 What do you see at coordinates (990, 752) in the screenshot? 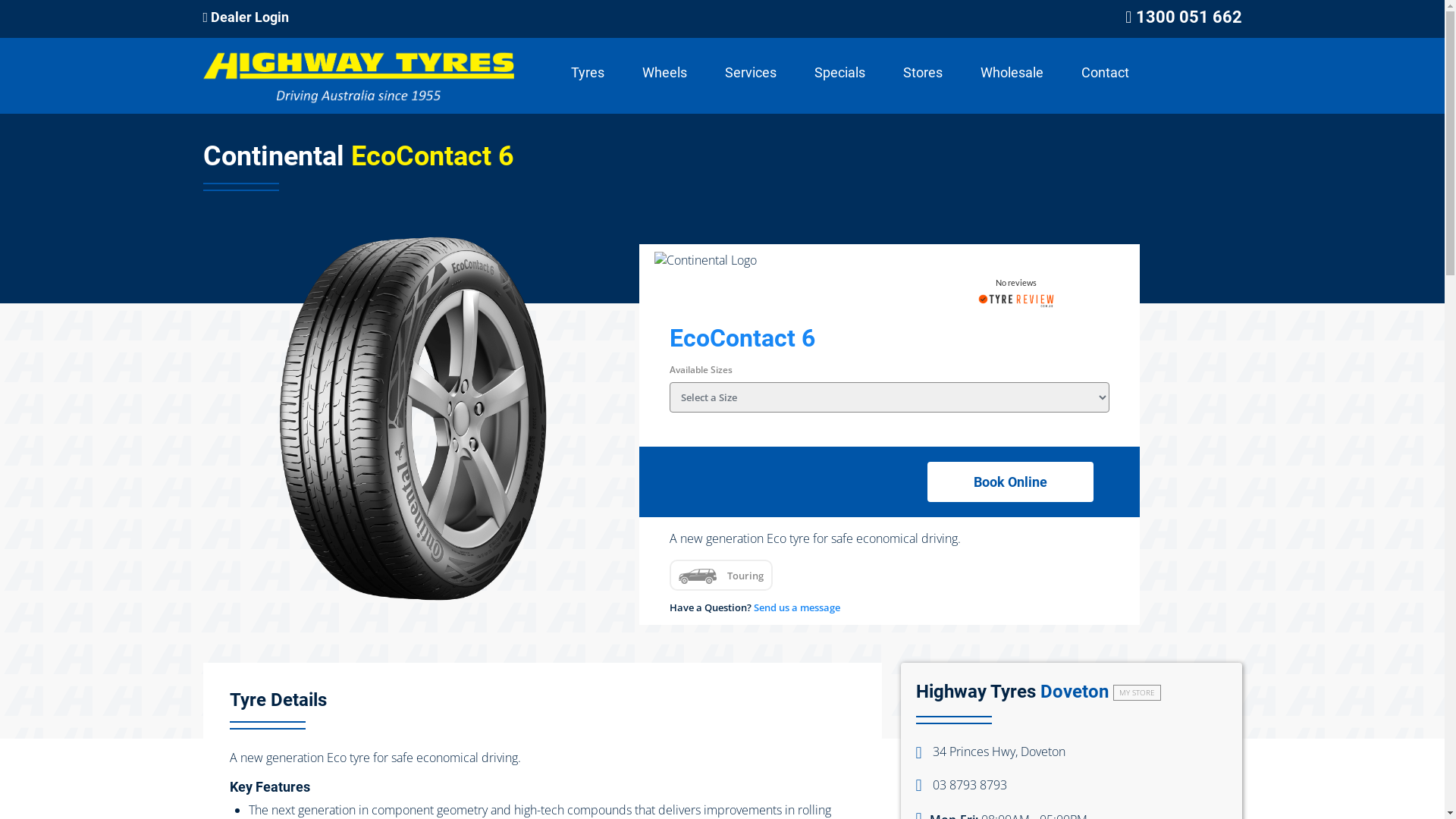
I see `'34 Princes Hwy, Doveton'` at bounding box center [990, 752].